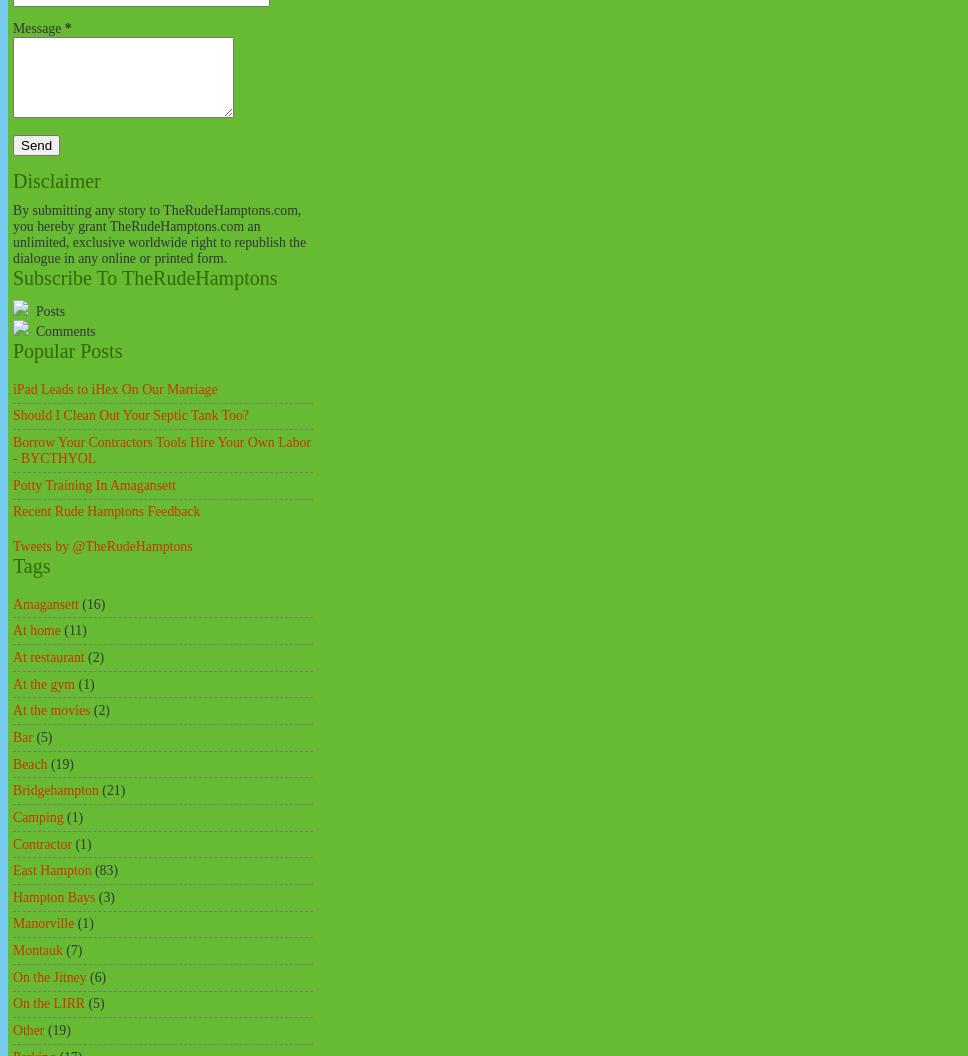  What do you see at coordinates (54, 789) in the screenshot?
I see `'Bridgehampton'` at bounding box center [54, 789].